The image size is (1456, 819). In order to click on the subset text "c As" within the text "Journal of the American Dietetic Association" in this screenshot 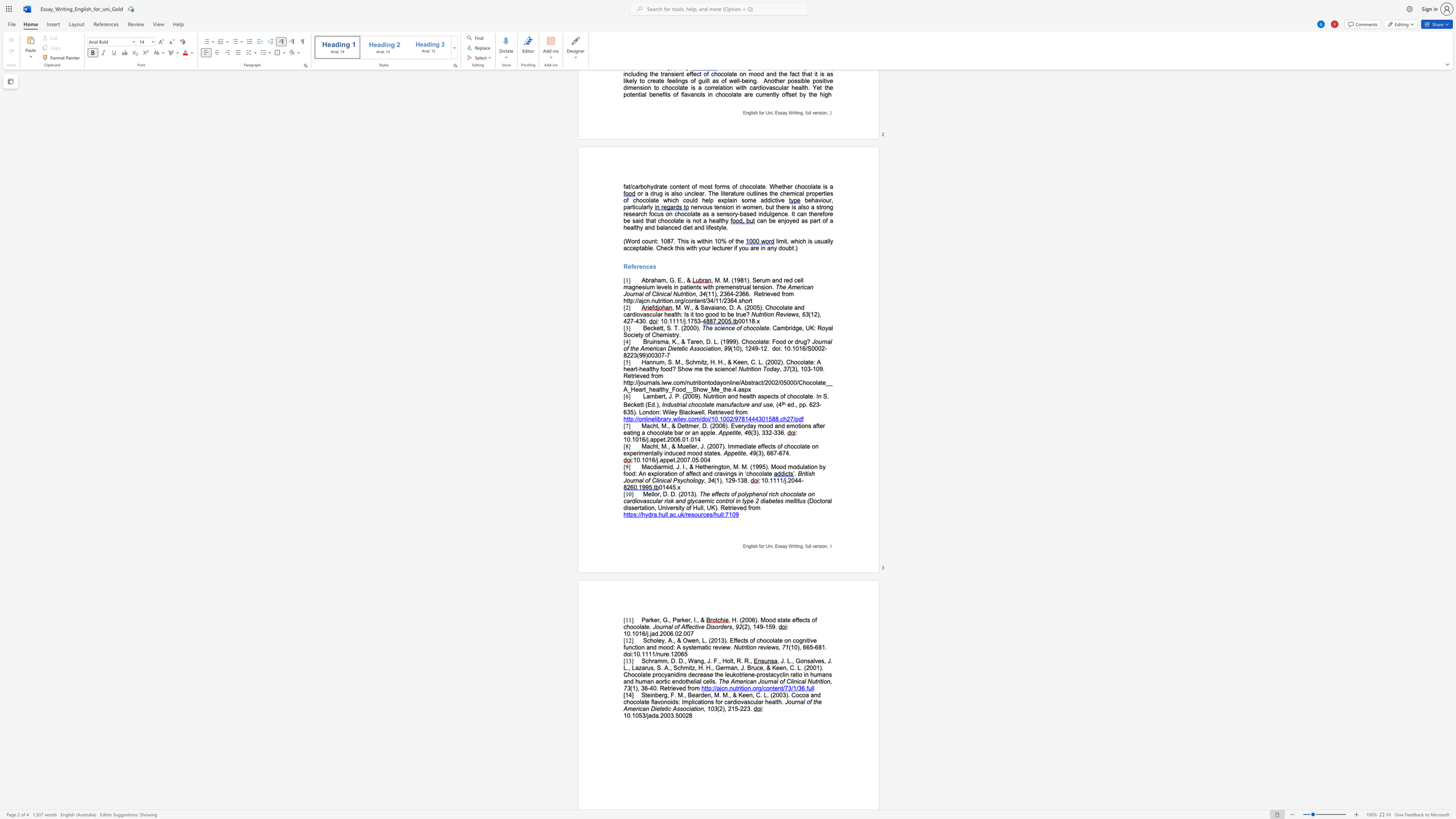, I will do `click(668, 708)`.